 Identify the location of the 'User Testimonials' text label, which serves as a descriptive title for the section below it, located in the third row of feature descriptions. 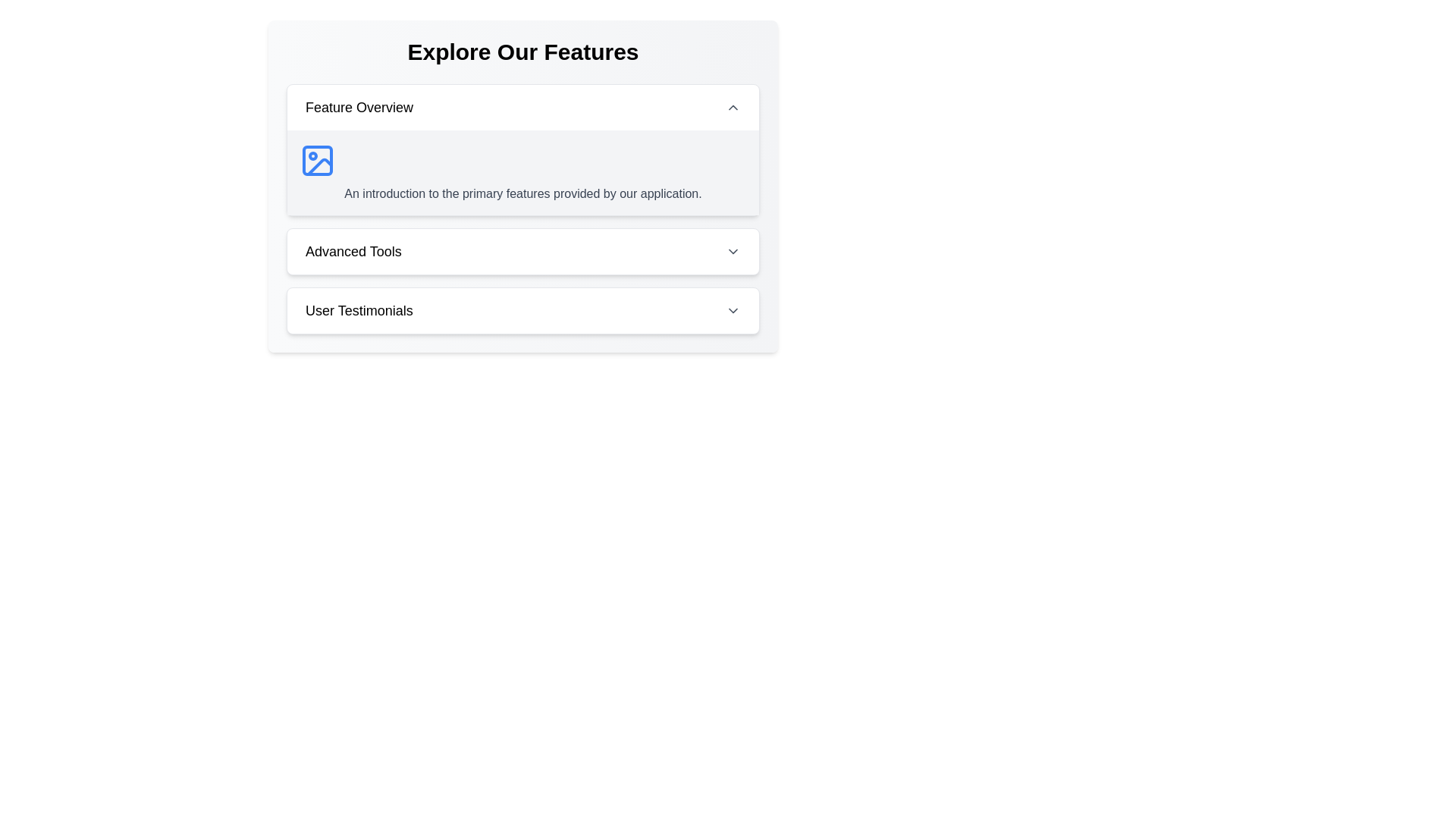
(358, 309).